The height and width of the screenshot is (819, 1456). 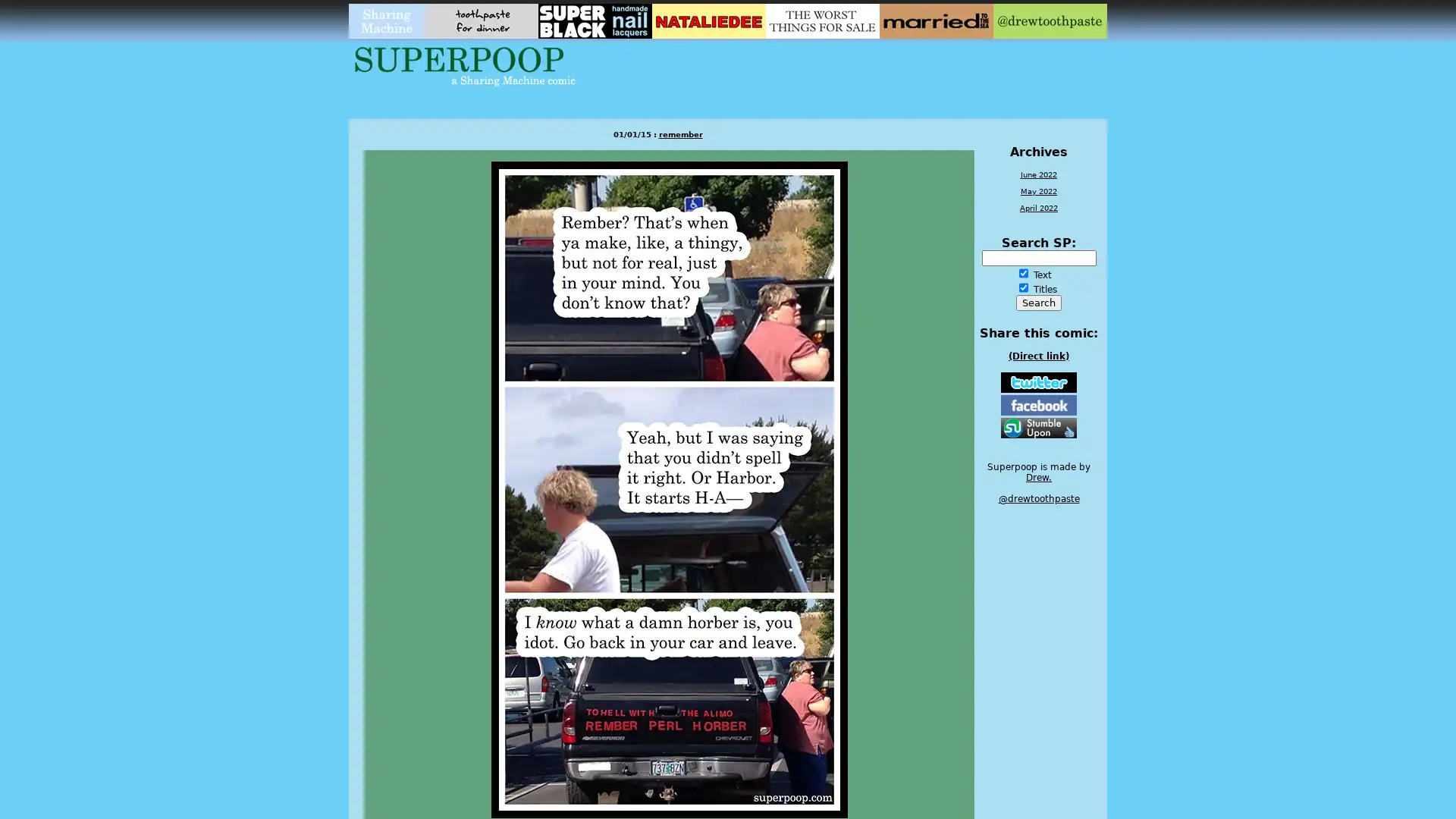 What do you see at coordinates (1037, 303) in the screenshot?
I see `Search` at bounding box center [1037, 303].